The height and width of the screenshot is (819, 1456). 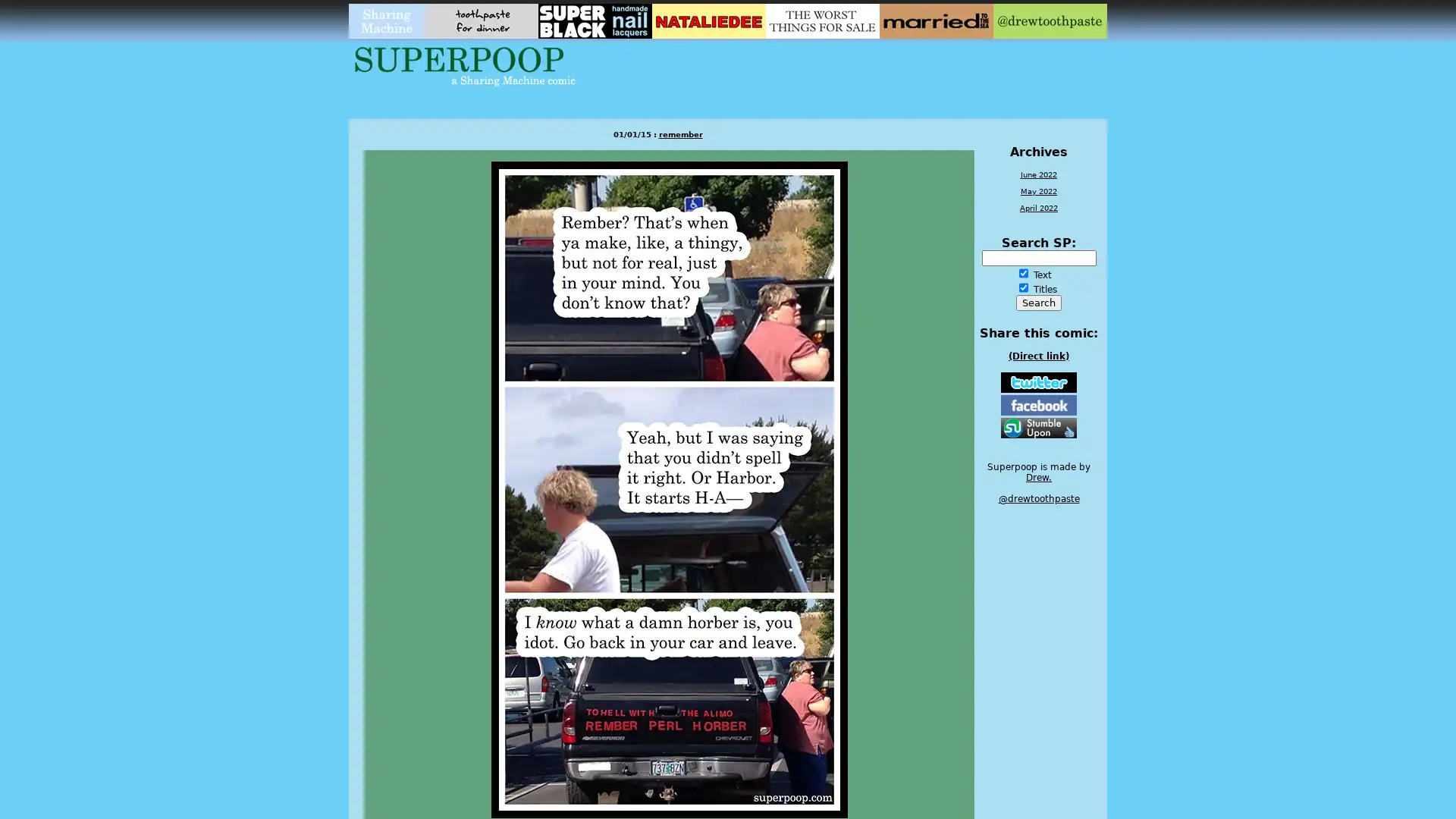 What do you see at coordinates (1037, 303) in the screenshot?
I see `Search` at bounding box center [1037, 303].